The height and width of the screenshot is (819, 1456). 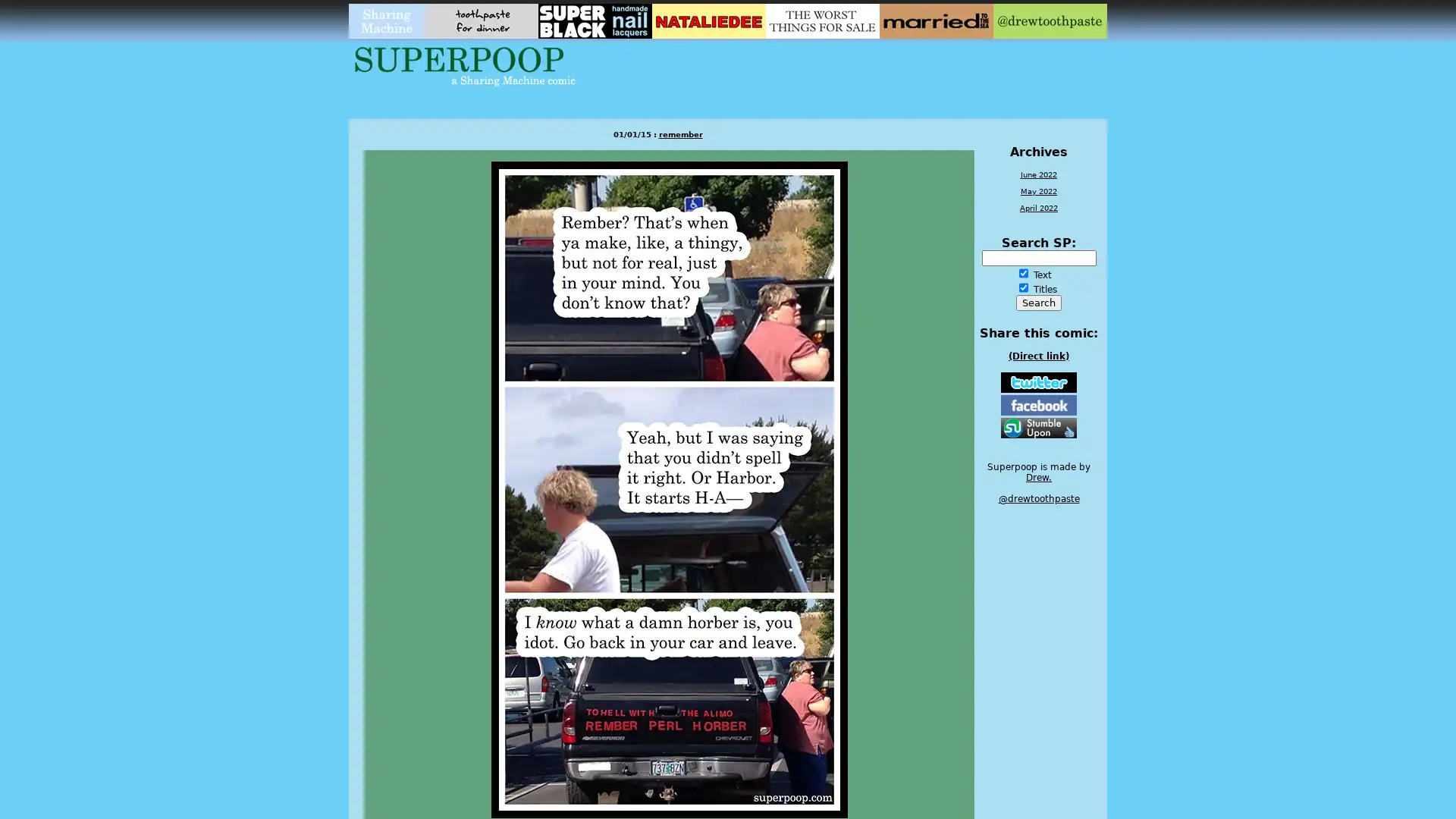 What do you see at coordinates (1037, 303) in the screenshot?
I see `Search` at bounding box center [1037, 303].